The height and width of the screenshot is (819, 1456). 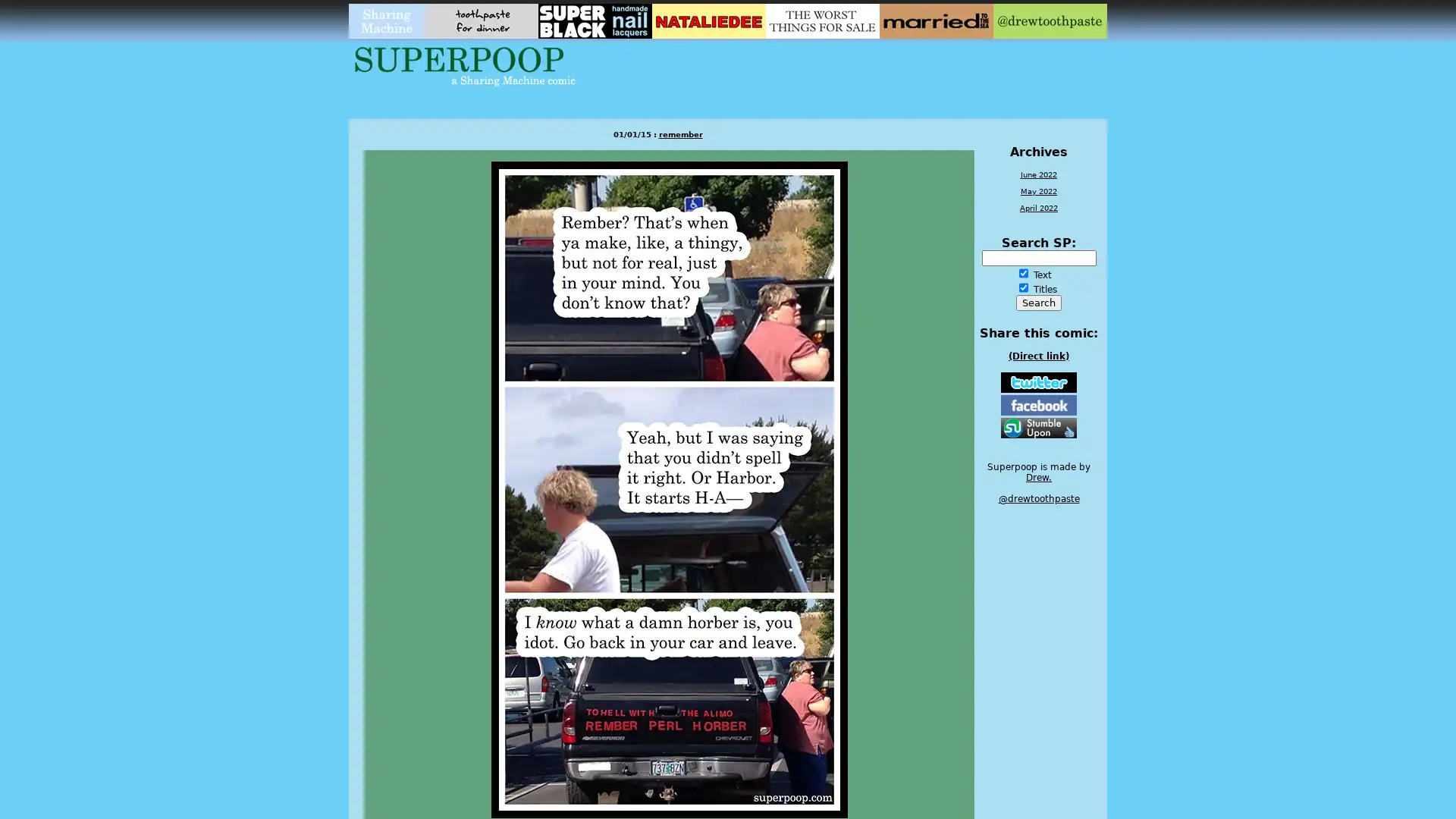 What do you see at coordinates (1037, 303) in the screenshot?
I see `Search` at bounding box center [1037, 303].